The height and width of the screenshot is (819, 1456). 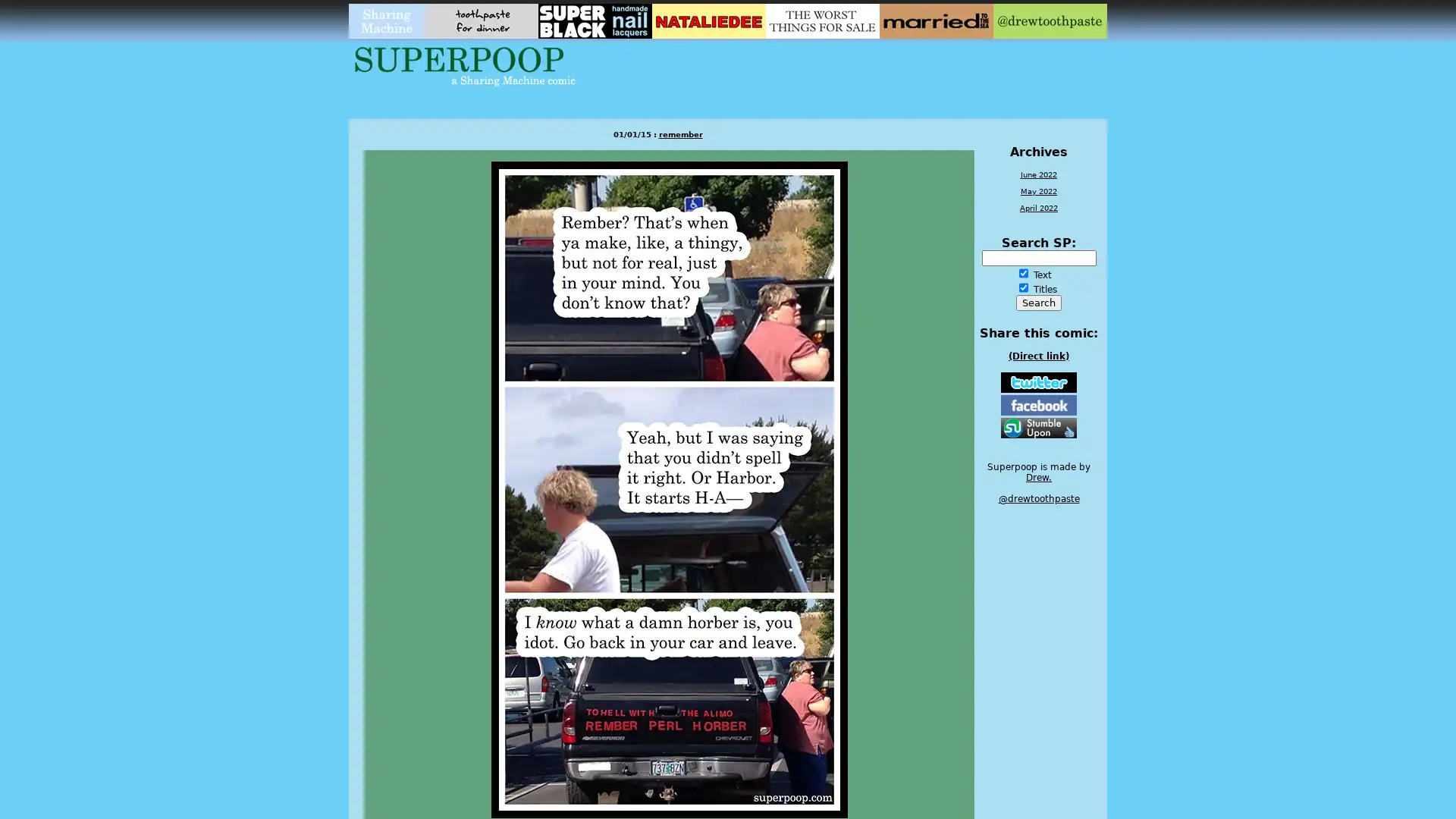 What do you see at coordinates (1037, 303) in the screenshot?
I see `Search` at bounding box center [1037, 303].